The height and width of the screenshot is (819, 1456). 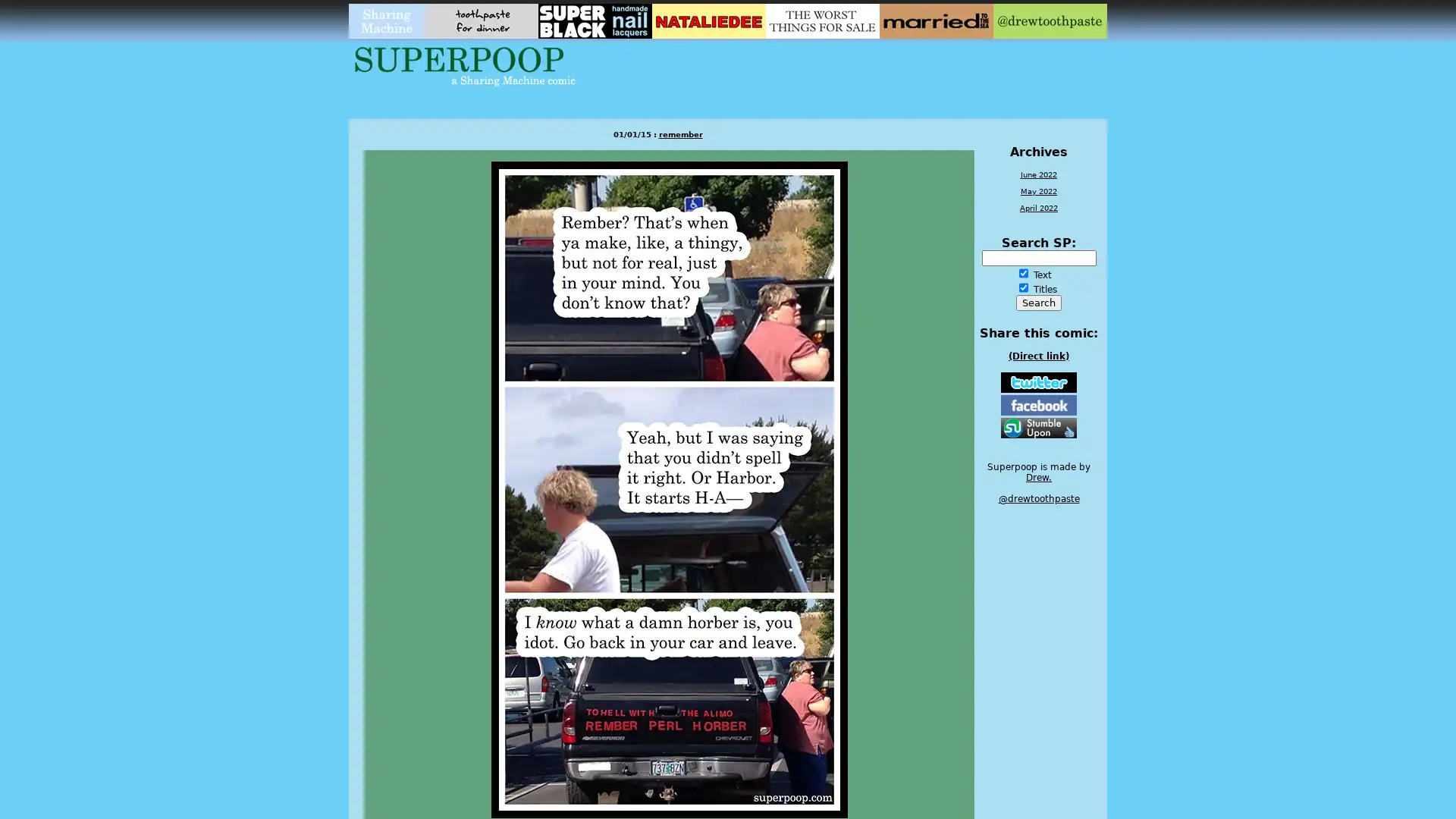 What do you see at coordinates (1037, 303) in the screenshot?
I see `Search` at bounding box center [1037, 303].